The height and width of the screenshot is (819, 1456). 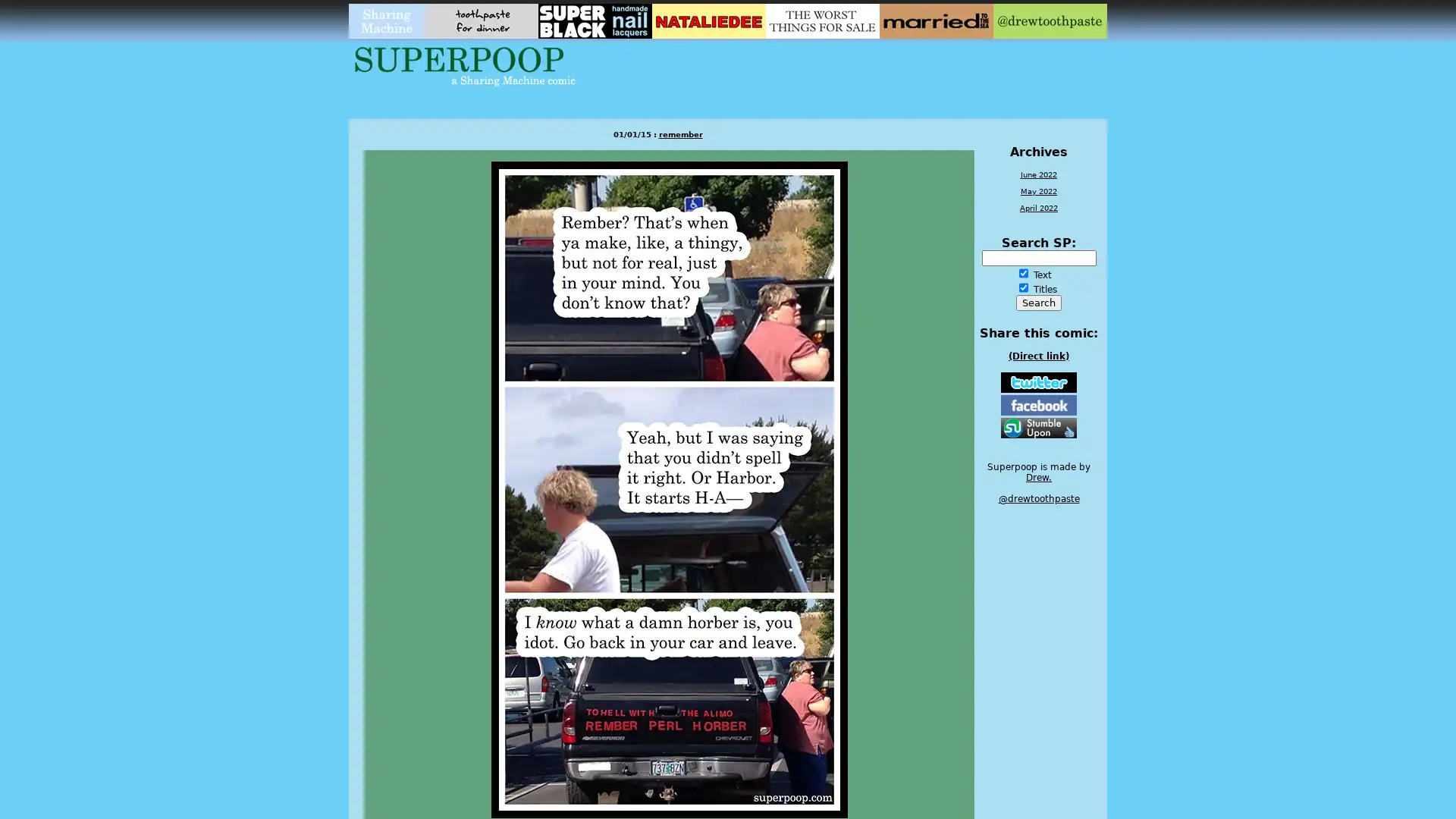 What do you see at coordinates (1037, 303) in the screenshot?
I see `Search` at bounding box center [1037, 303].